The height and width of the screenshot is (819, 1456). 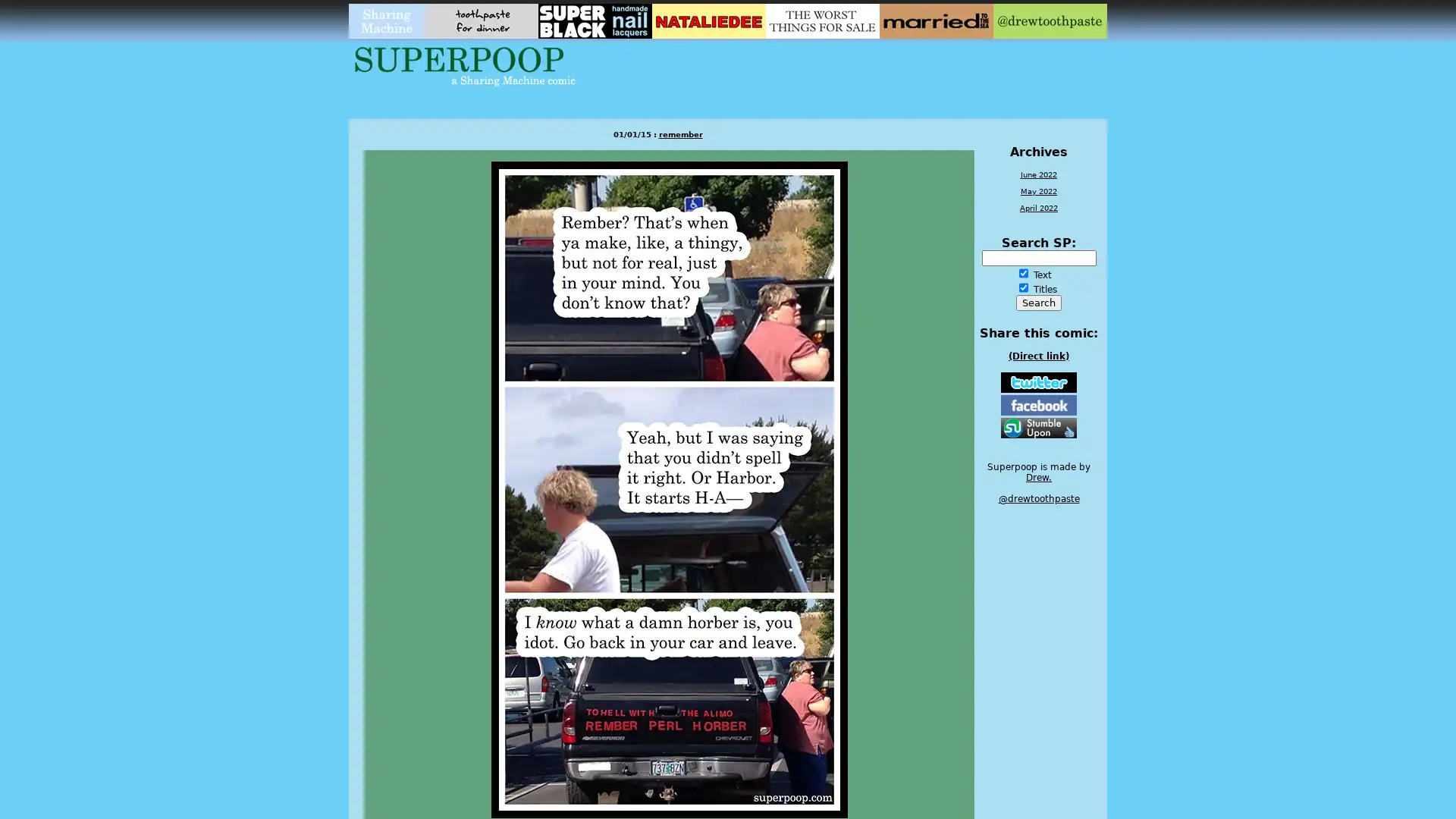 What do you see at coordinates (1037, 303) in the screenshot?
I see `Search` at bounding box center [1037, 303].